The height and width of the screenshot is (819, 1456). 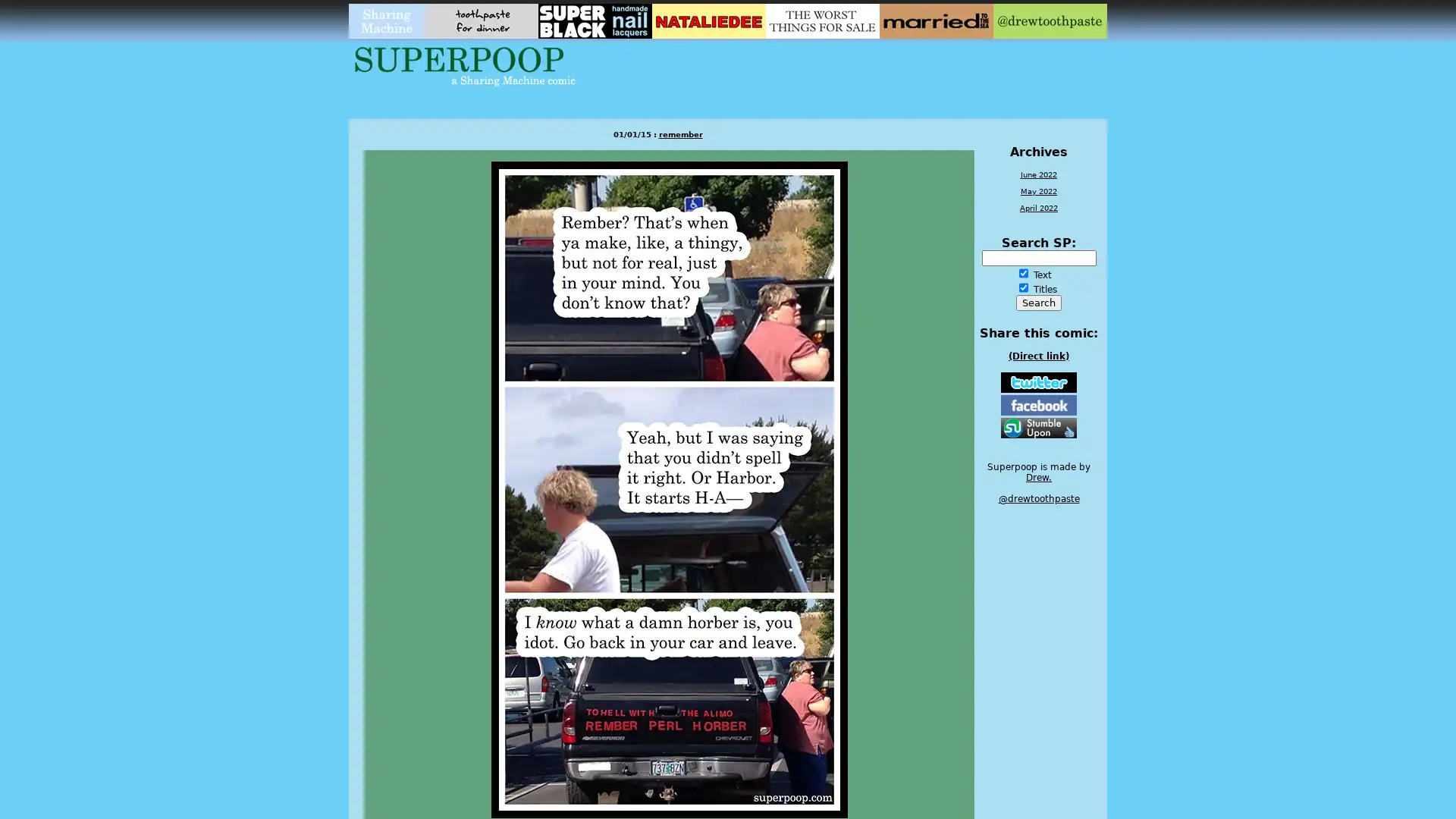 What do you see at coordinates (1037, 303) in the screenshot?
I see `Search` at bounding box center [1037, 303].